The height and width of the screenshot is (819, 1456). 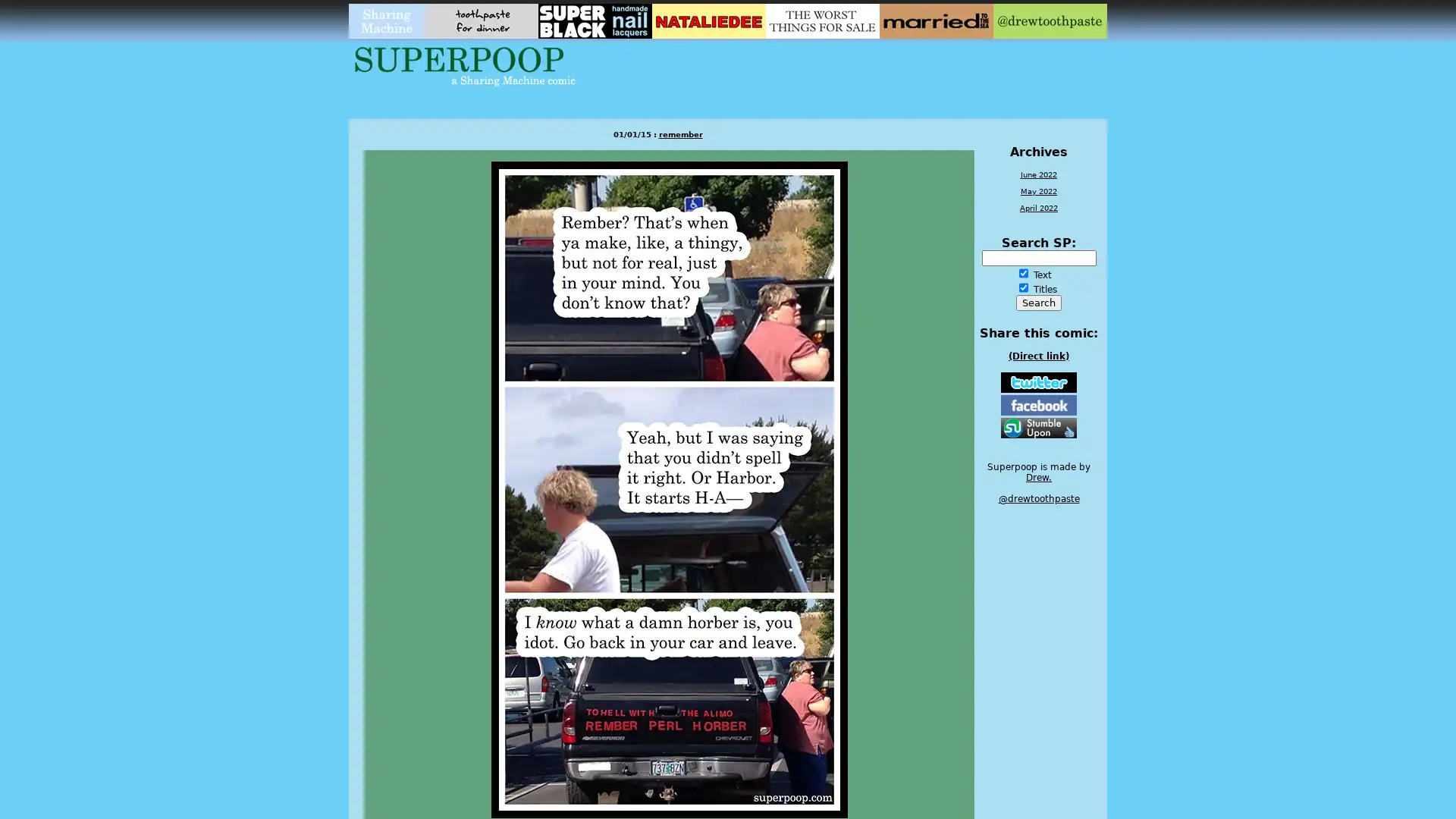 What do you see at coordinates (1037, 303) in the screenshot?
I see `Search` at bounding box center [1037, 303].